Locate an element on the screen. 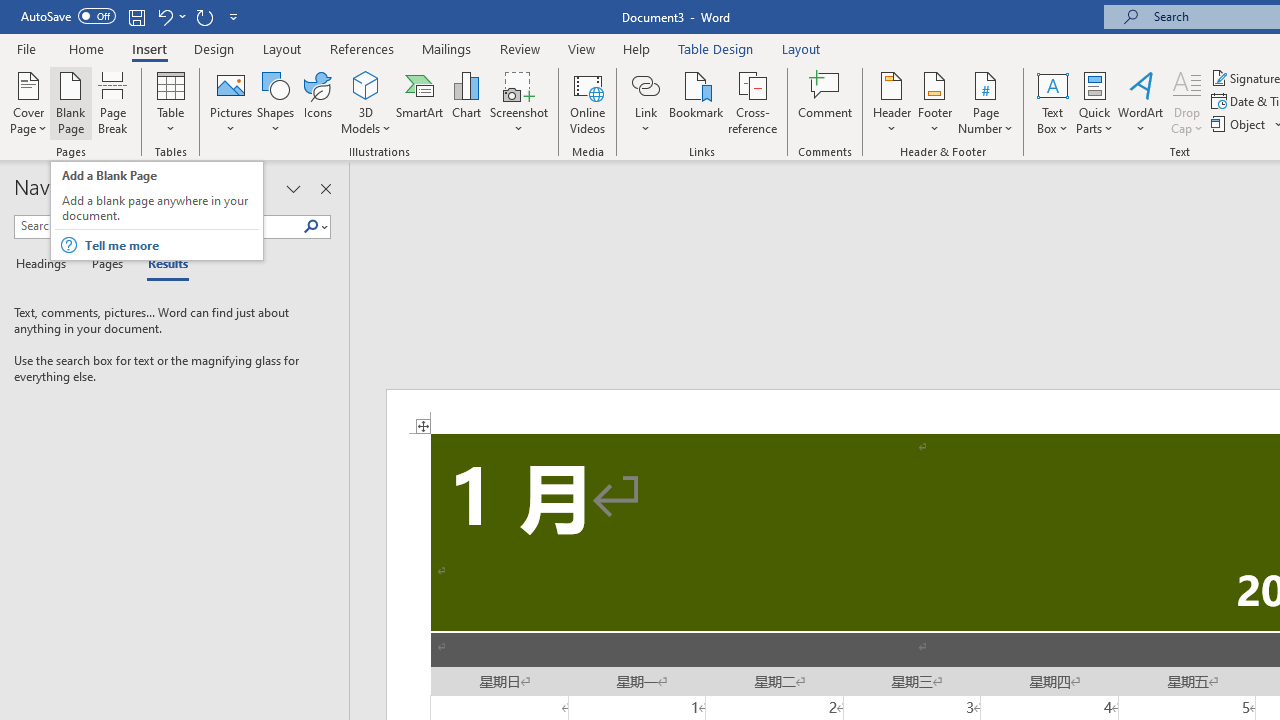  'Screenshot' is located at coordinates (519, 103).